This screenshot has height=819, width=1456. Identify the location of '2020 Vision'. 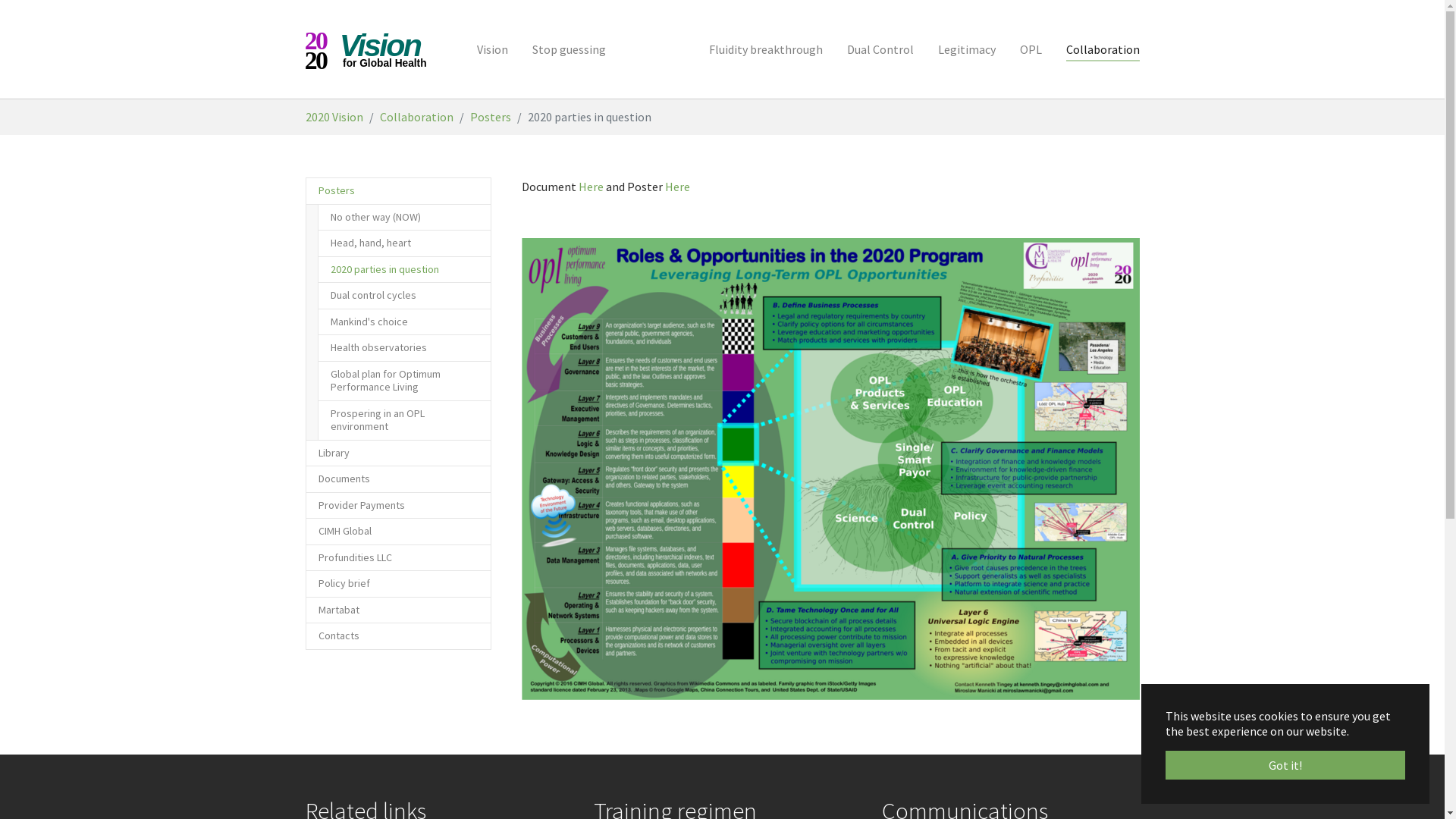
(333, 116).